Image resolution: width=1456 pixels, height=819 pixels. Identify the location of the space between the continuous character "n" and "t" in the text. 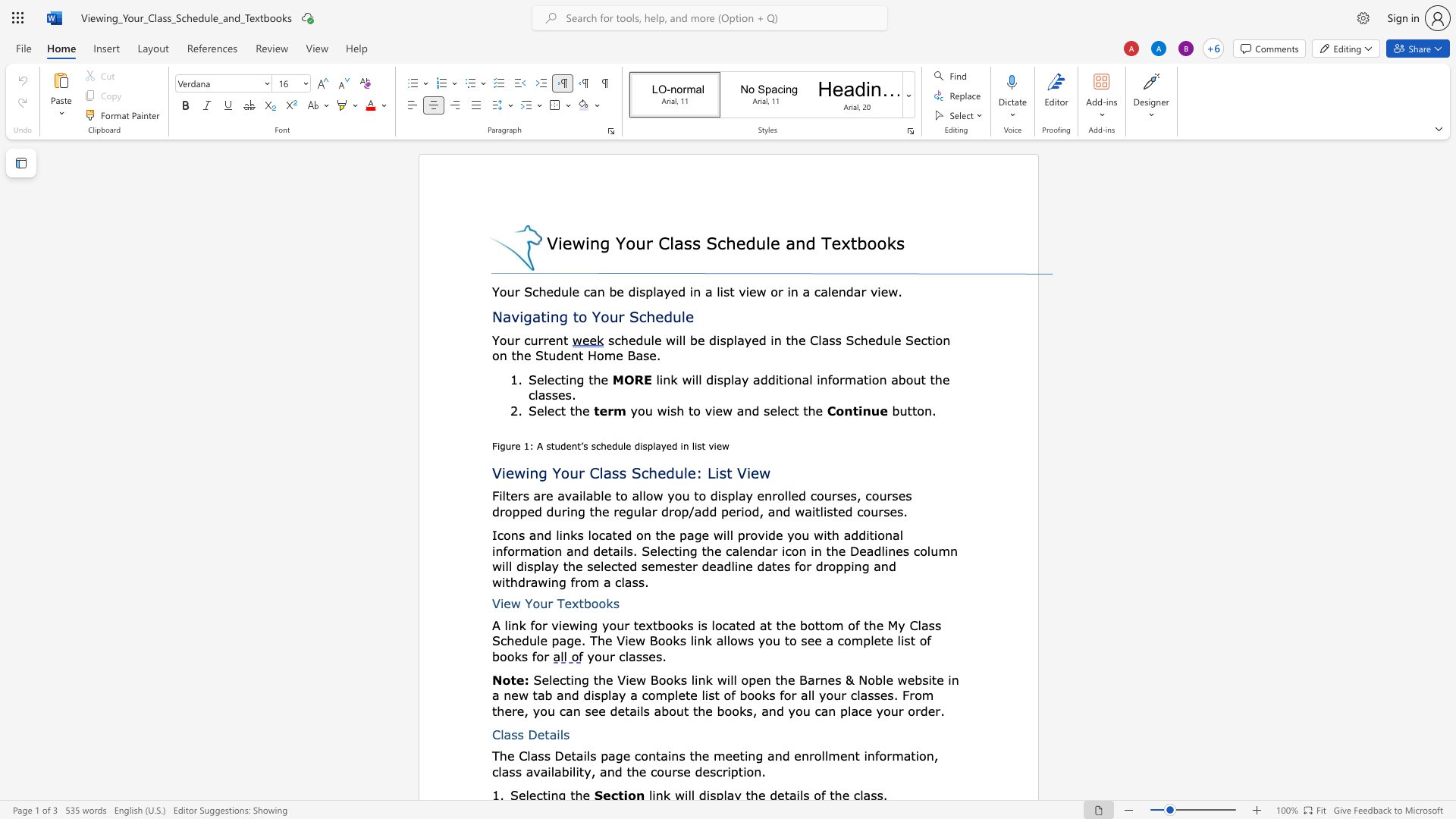
(561, 339).